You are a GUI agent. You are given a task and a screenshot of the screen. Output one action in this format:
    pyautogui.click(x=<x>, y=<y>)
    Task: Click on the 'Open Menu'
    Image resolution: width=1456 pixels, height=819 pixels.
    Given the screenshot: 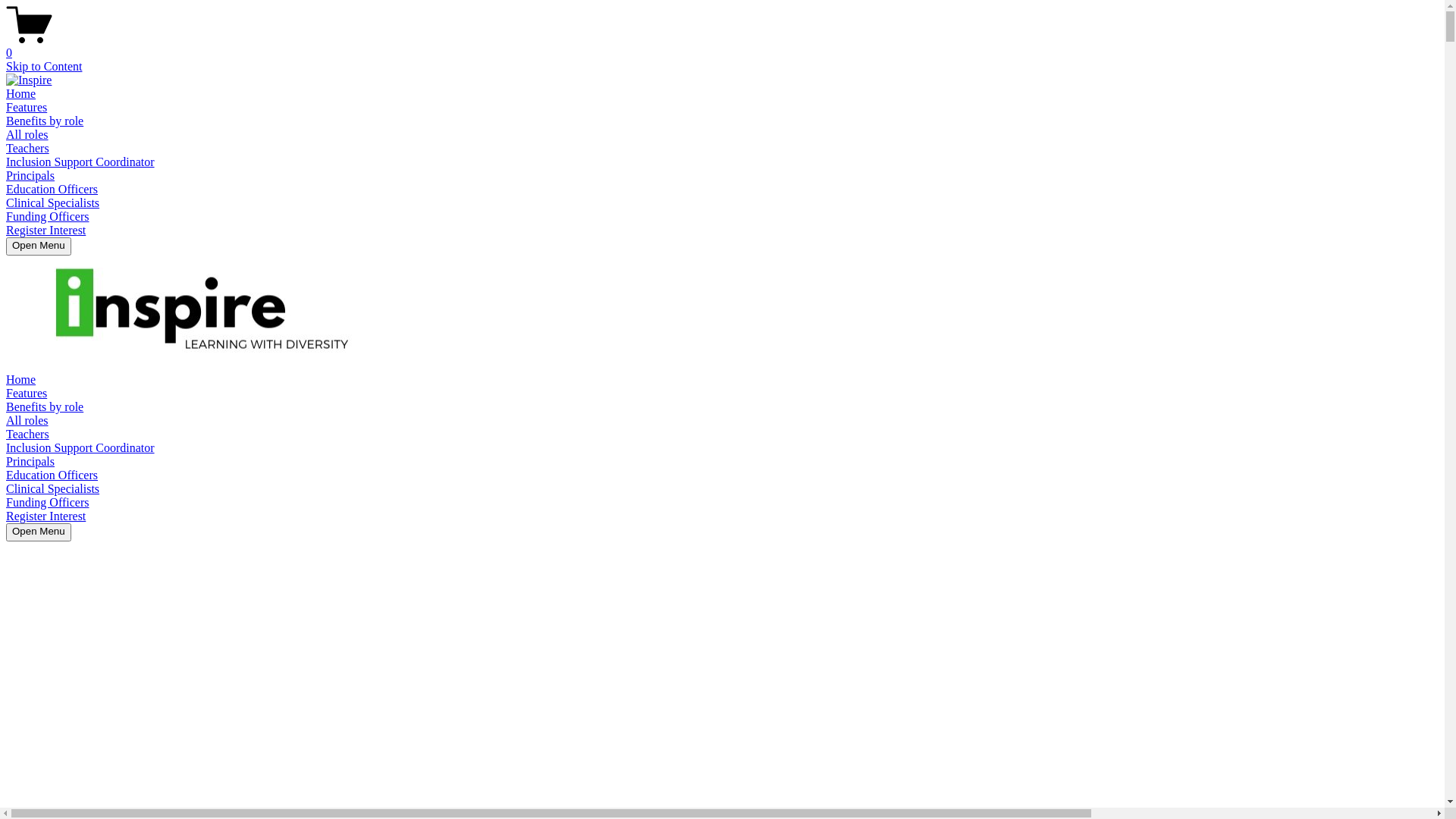 What is the action you would take?
    pyautogui.click(x=39, y=245)
    